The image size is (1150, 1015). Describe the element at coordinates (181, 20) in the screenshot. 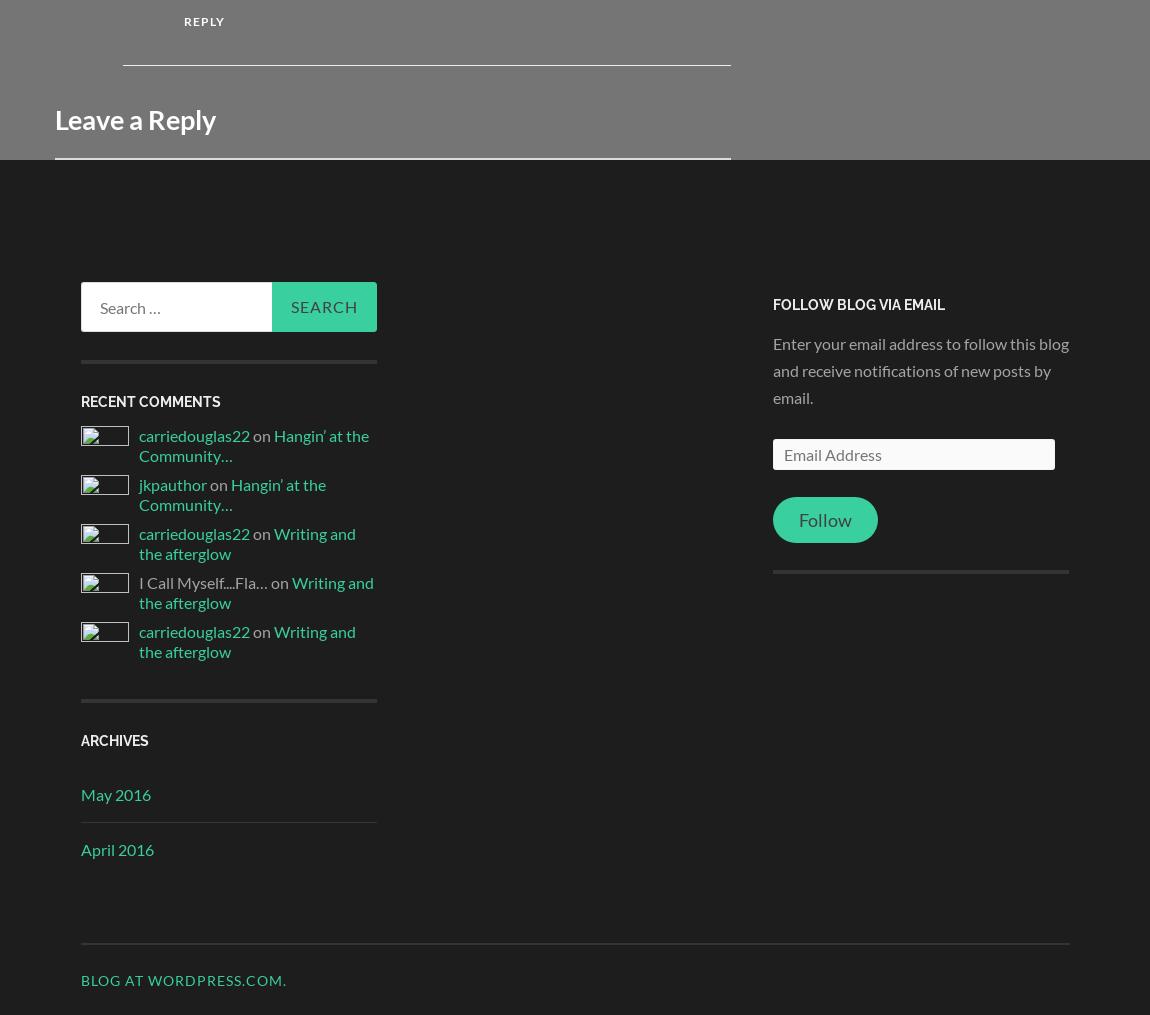

I see `'Reply'` at that location.